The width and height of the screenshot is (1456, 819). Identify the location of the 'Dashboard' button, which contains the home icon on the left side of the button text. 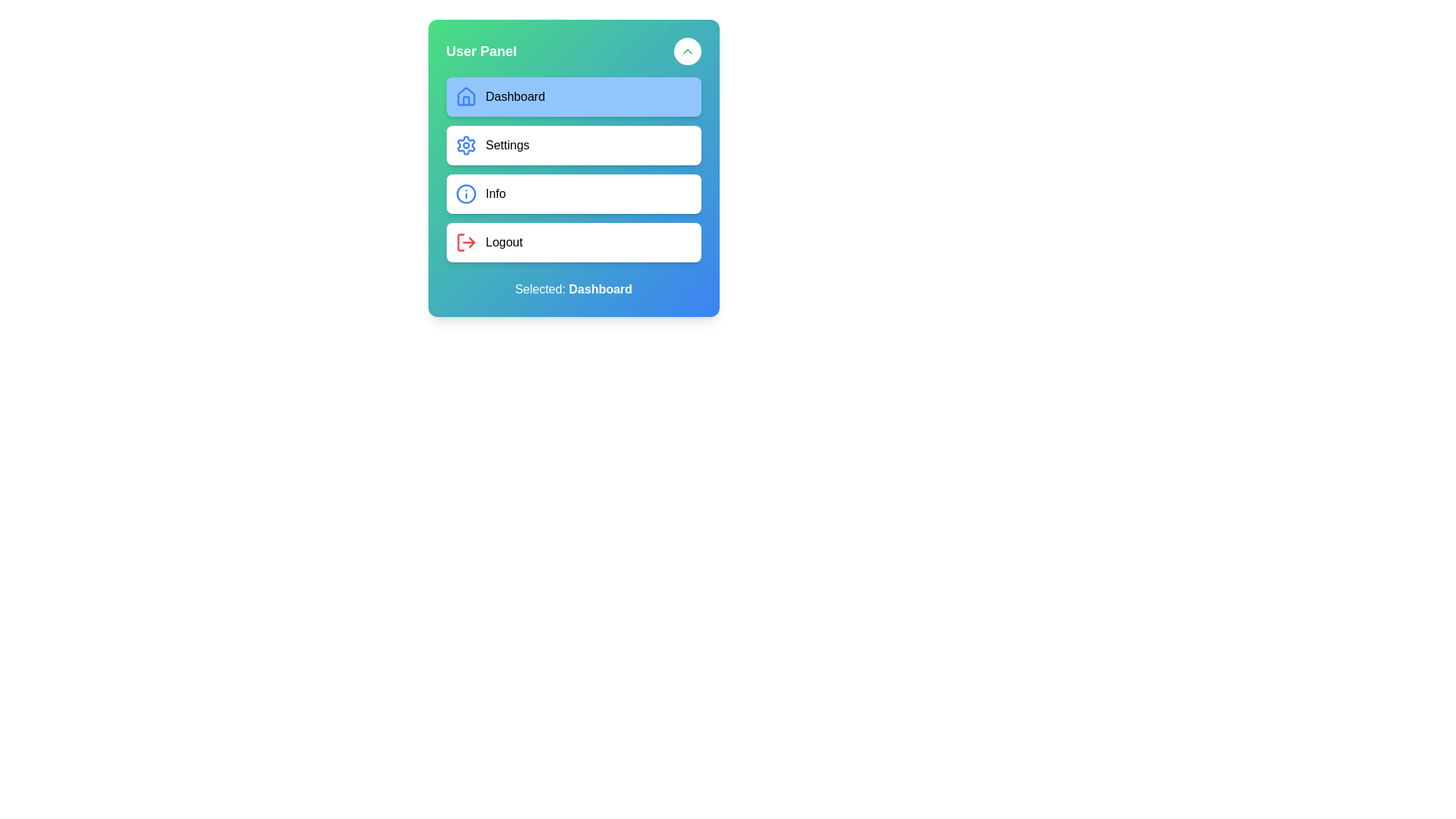
(465, 96).